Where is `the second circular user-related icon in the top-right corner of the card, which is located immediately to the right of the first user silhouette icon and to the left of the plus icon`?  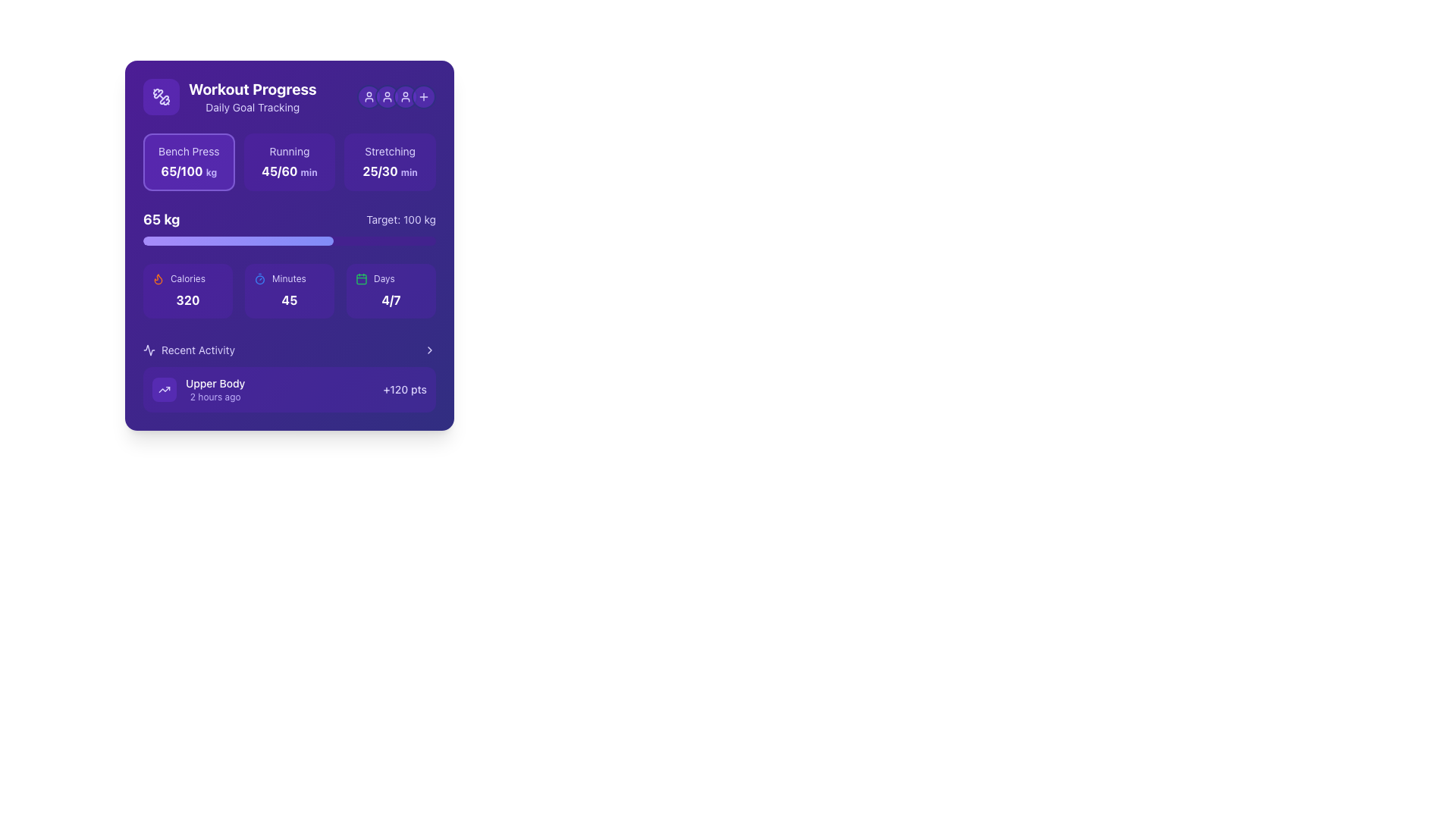
the second circular user-related icon in the top-right corner of the card, which is located immediately to the right of the first user silhouette icon and to the left of the plus icon is located at coordinates (387, 96).